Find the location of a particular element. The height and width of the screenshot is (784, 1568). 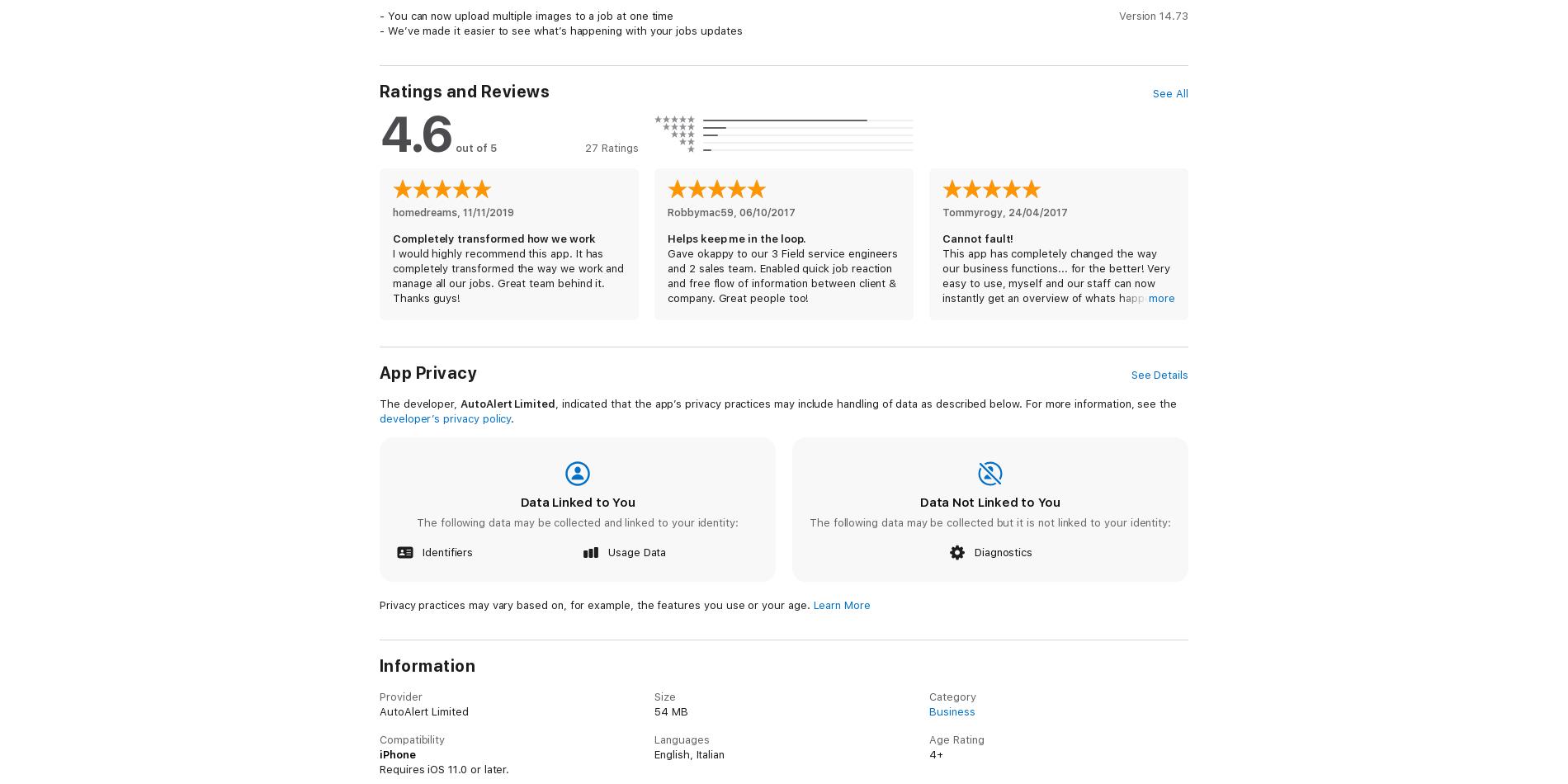

'11/11/2019' is located at coordinates (489, 212).